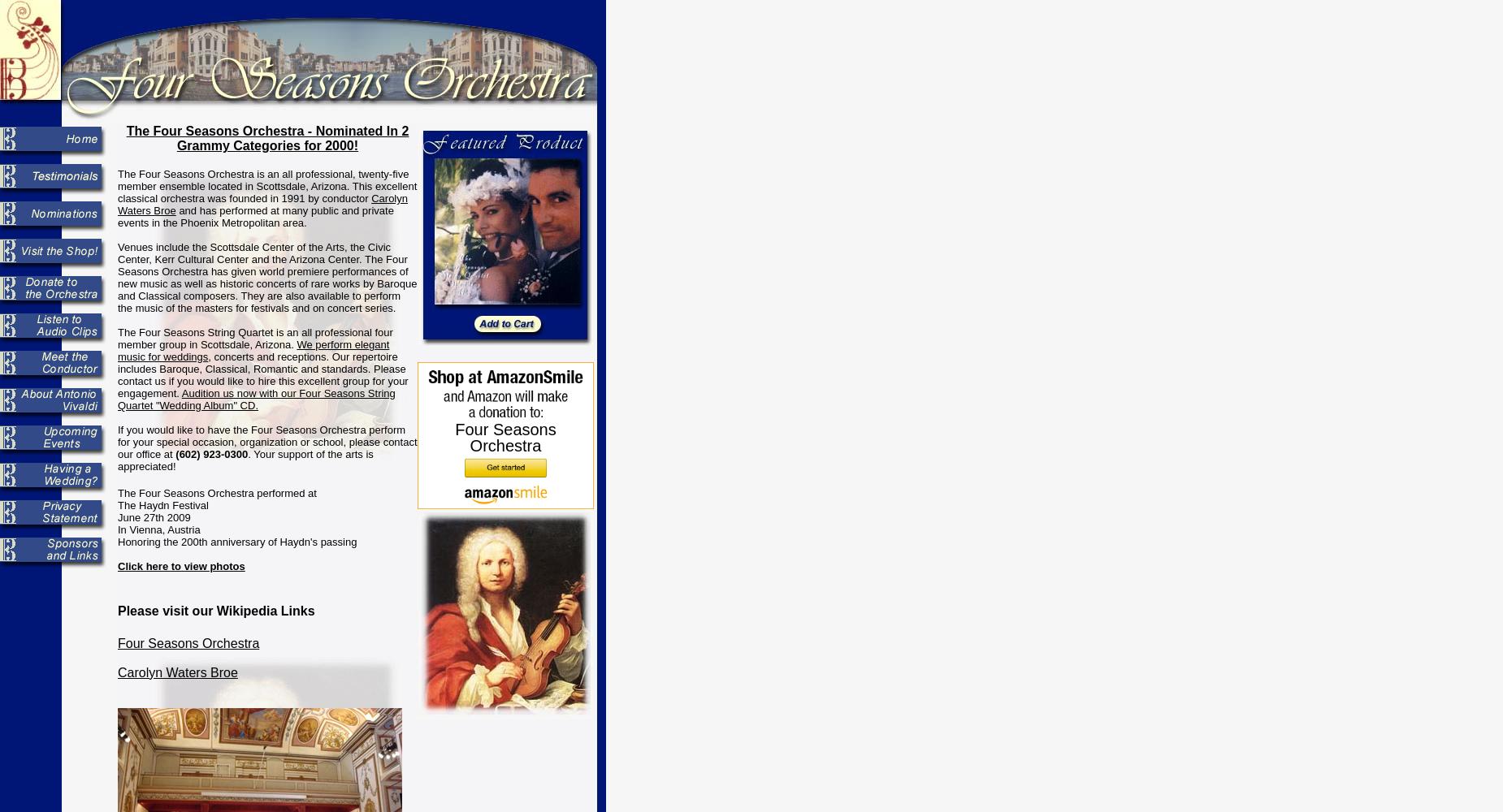 The width and height of the screenshot is (1503, 812). Describe the element at coordinates (244, 460) in the screenshot. I see `'. Your support of the arts 

                  is appreciated!'` at that location.